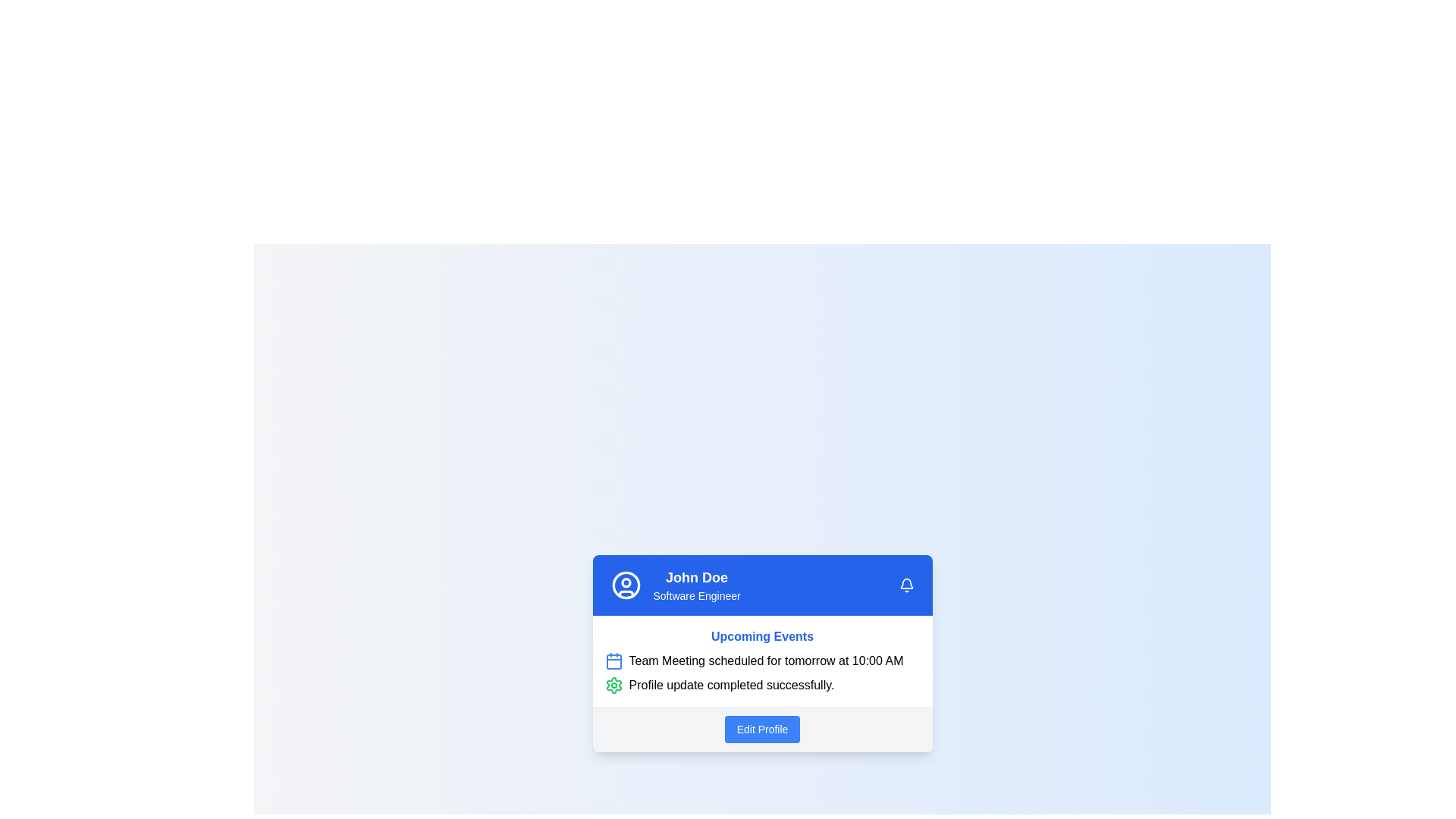 The image size is (1456, 819). What do you see at coordinates (675, 584) in the screenshot?
I see `the Profile Card displaying the name 'John Doe' and title 'Software Engineer', located at the top-left corner of the blue background section` at bounding box center [675, 584].